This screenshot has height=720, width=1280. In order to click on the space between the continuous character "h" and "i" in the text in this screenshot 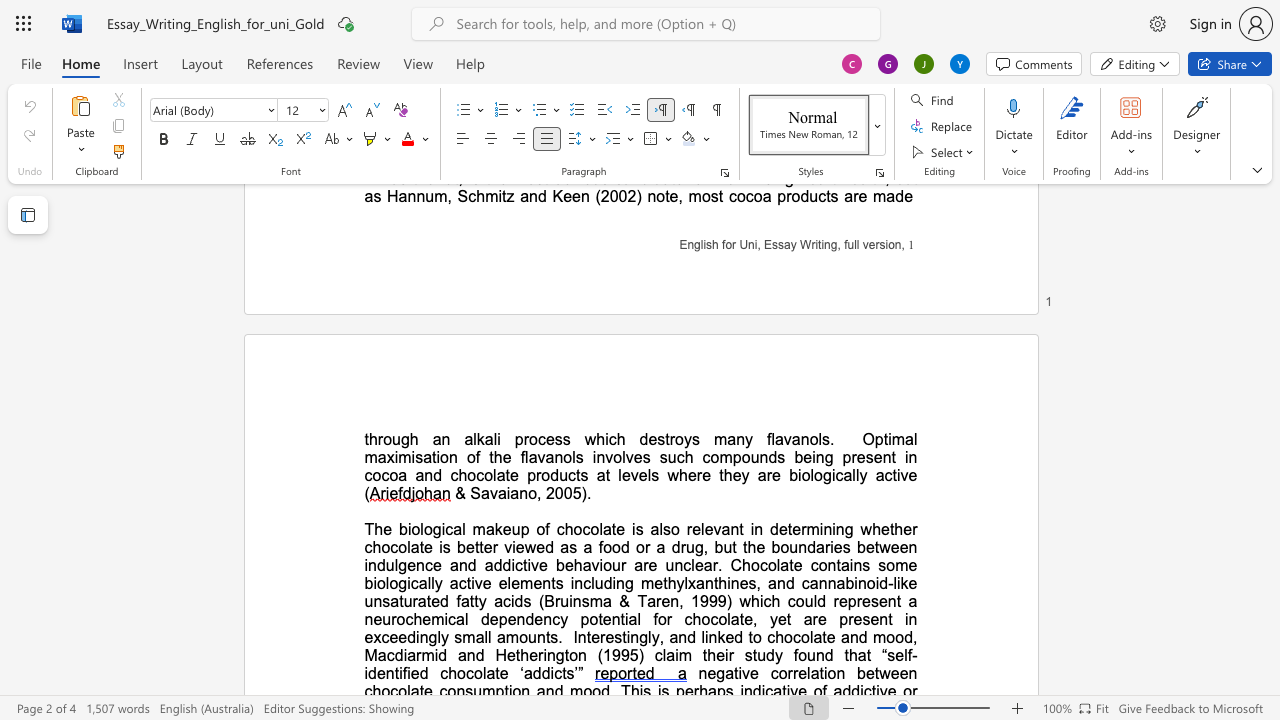, I will do `click(602, 438)`.